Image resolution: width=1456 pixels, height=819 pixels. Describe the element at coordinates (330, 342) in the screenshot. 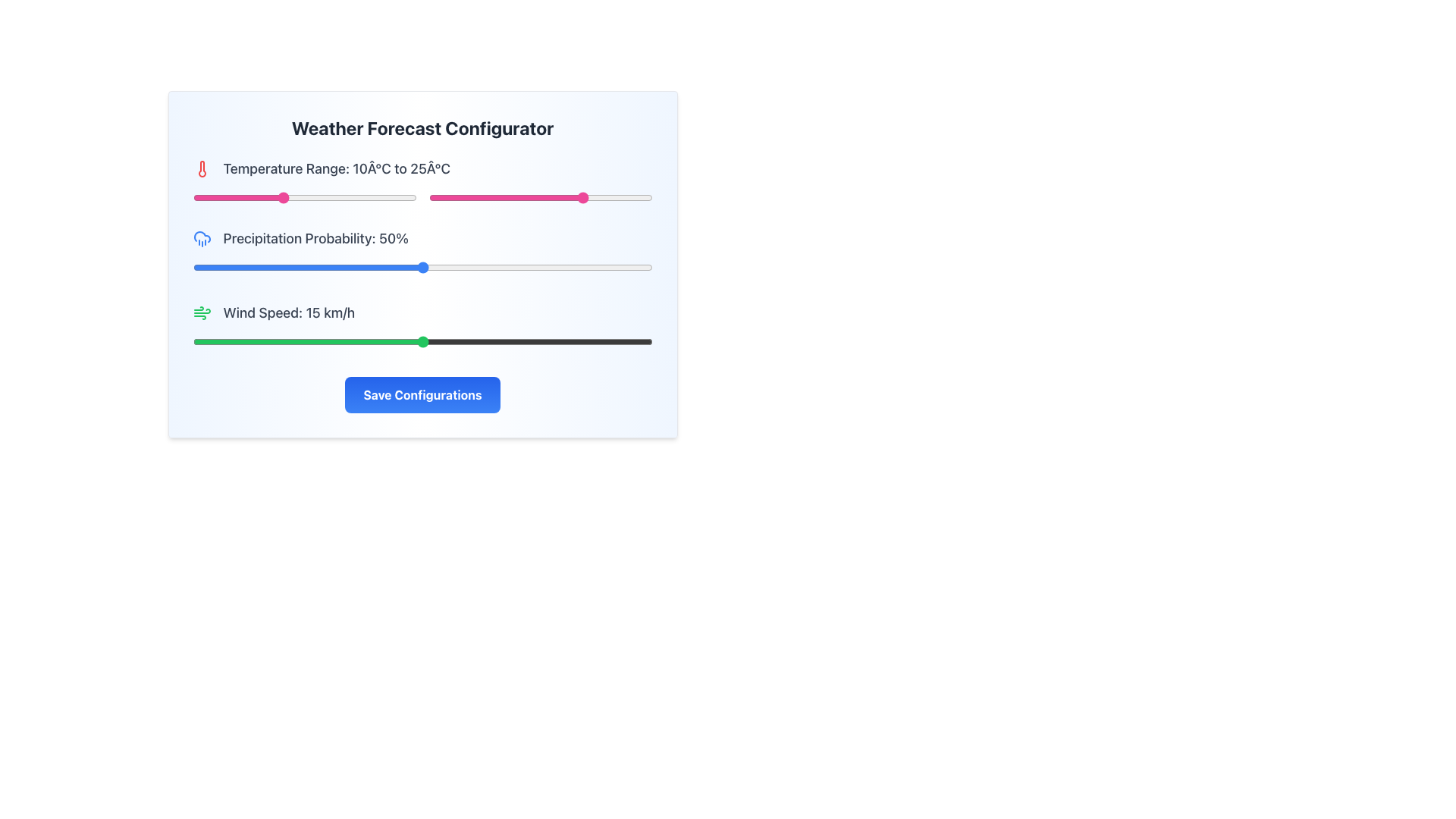

I see `wind speed` at that location.